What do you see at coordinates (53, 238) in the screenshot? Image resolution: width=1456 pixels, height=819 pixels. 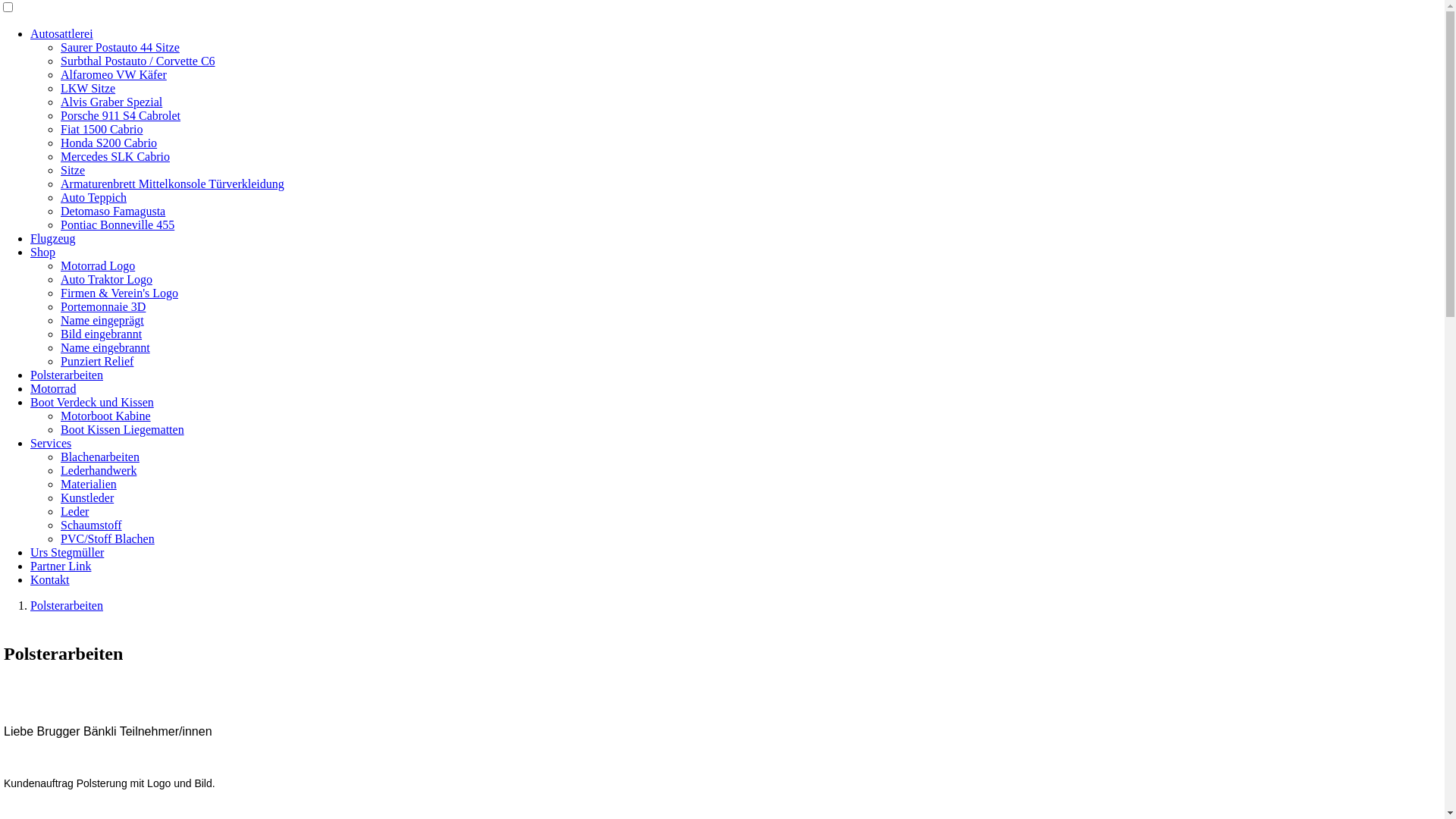 I see `'Flugzeug'` at bounding box center [53, 238].